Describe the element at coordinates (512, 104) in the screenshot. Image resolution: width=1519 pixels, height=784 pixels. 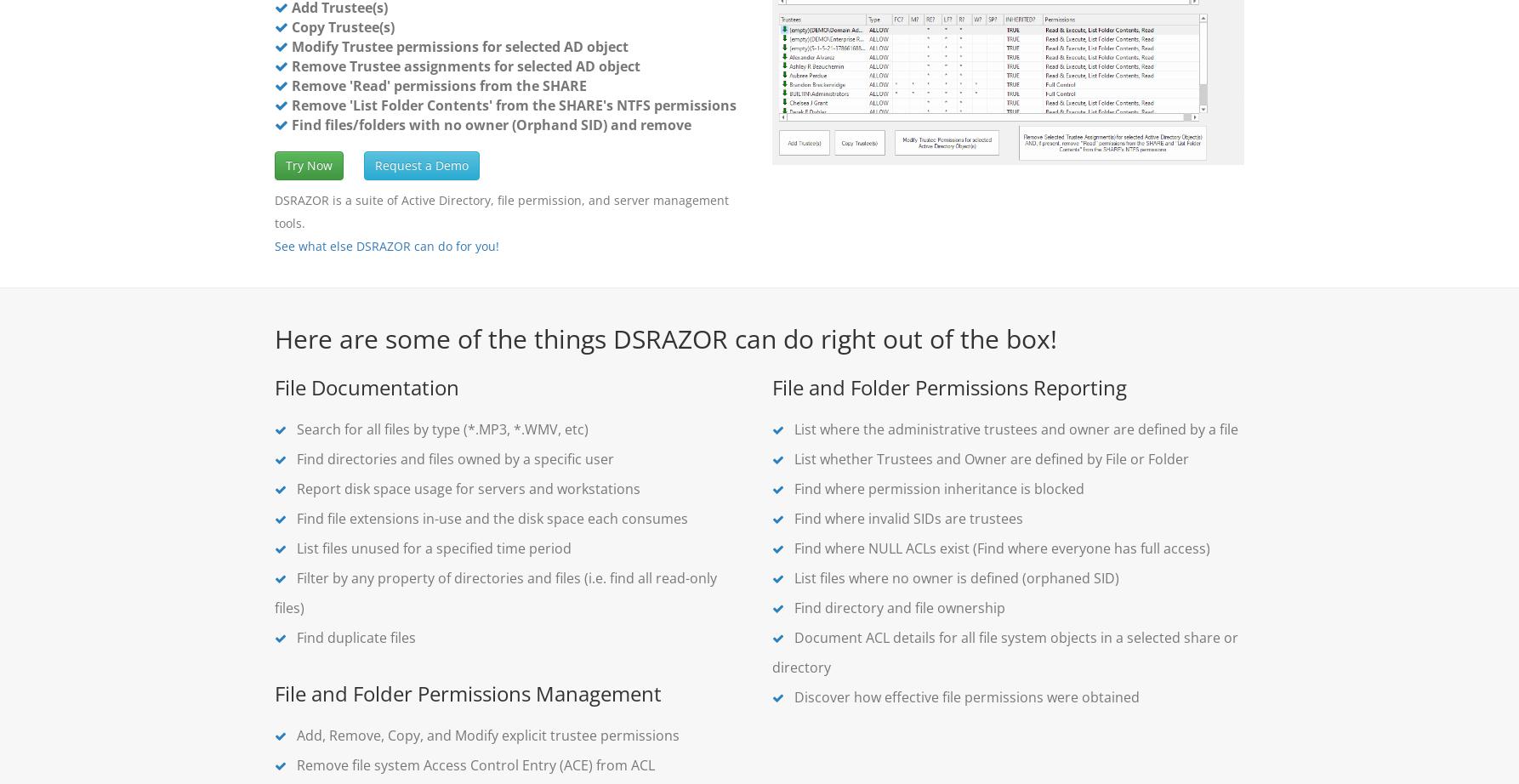
I see `'Remove 'List Folder Contents' from the SHARE's NTFS permissions'` at that location.